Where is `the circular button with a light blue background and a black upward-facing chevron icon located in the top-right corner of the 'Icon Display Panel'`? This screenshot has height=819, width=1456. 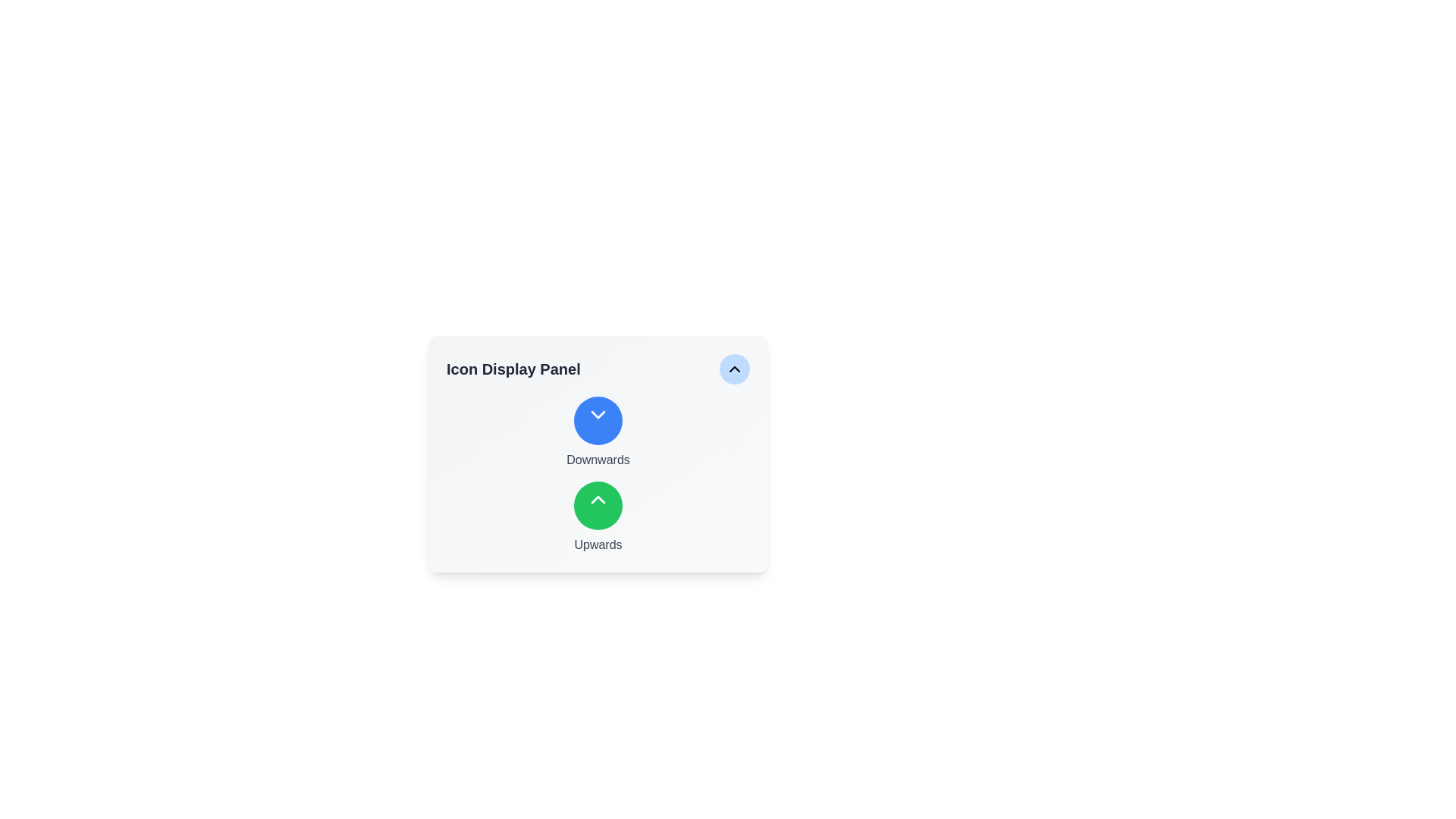 the circular button with a light blue background and a black upward-facing chevron icon located in the top-right corner of the 'Icon Display Panel' is located at coordinates (735, 369).